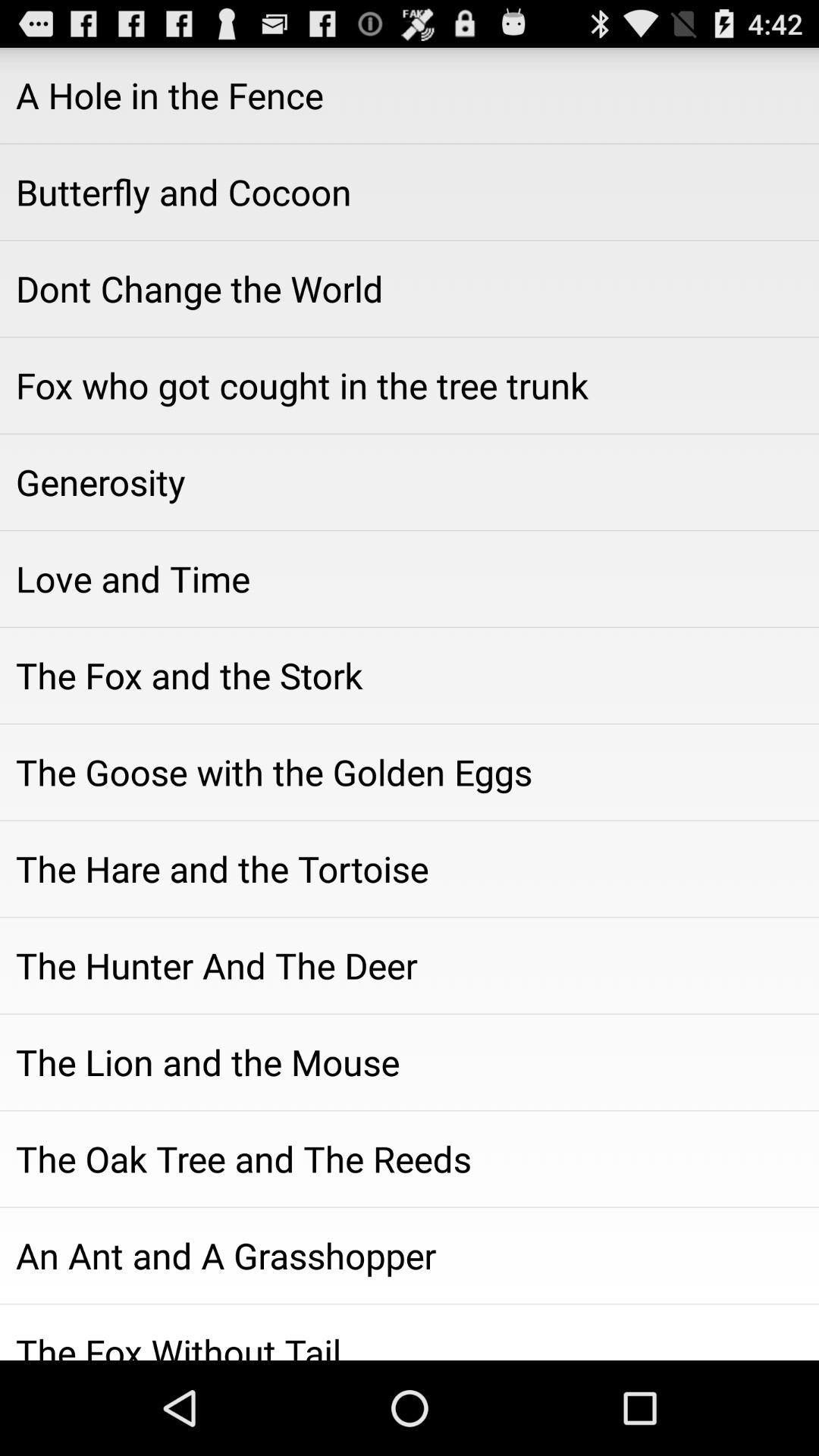 The height and width of the screenshot is (1456, 819). What do you see at coordinates (409, 578) in the screenshot?
I see `app below the generosity app` at bounding box center [409, 578].